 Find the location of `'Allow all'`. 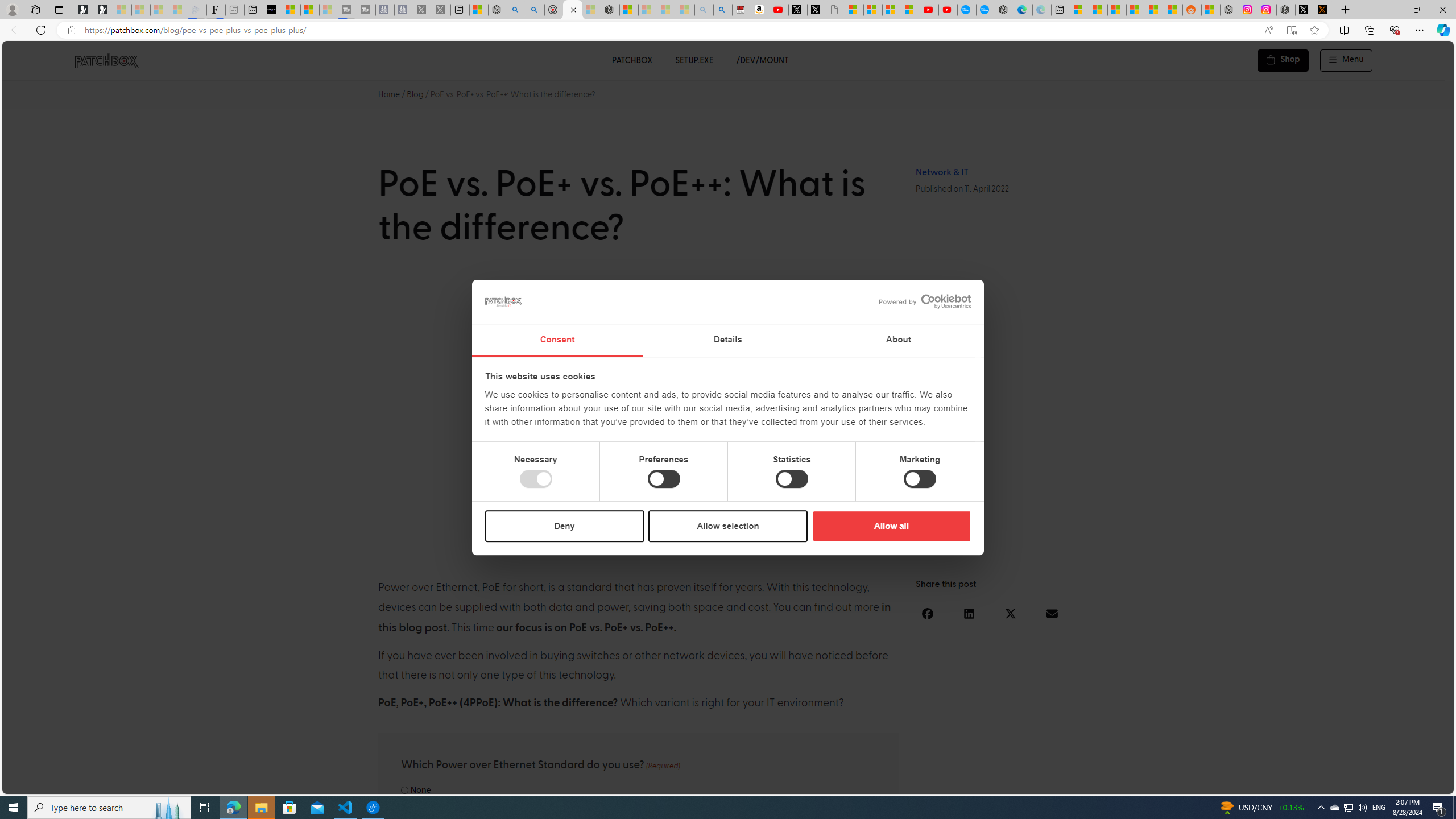

'Allow all' is located at coordinates (890, 525).